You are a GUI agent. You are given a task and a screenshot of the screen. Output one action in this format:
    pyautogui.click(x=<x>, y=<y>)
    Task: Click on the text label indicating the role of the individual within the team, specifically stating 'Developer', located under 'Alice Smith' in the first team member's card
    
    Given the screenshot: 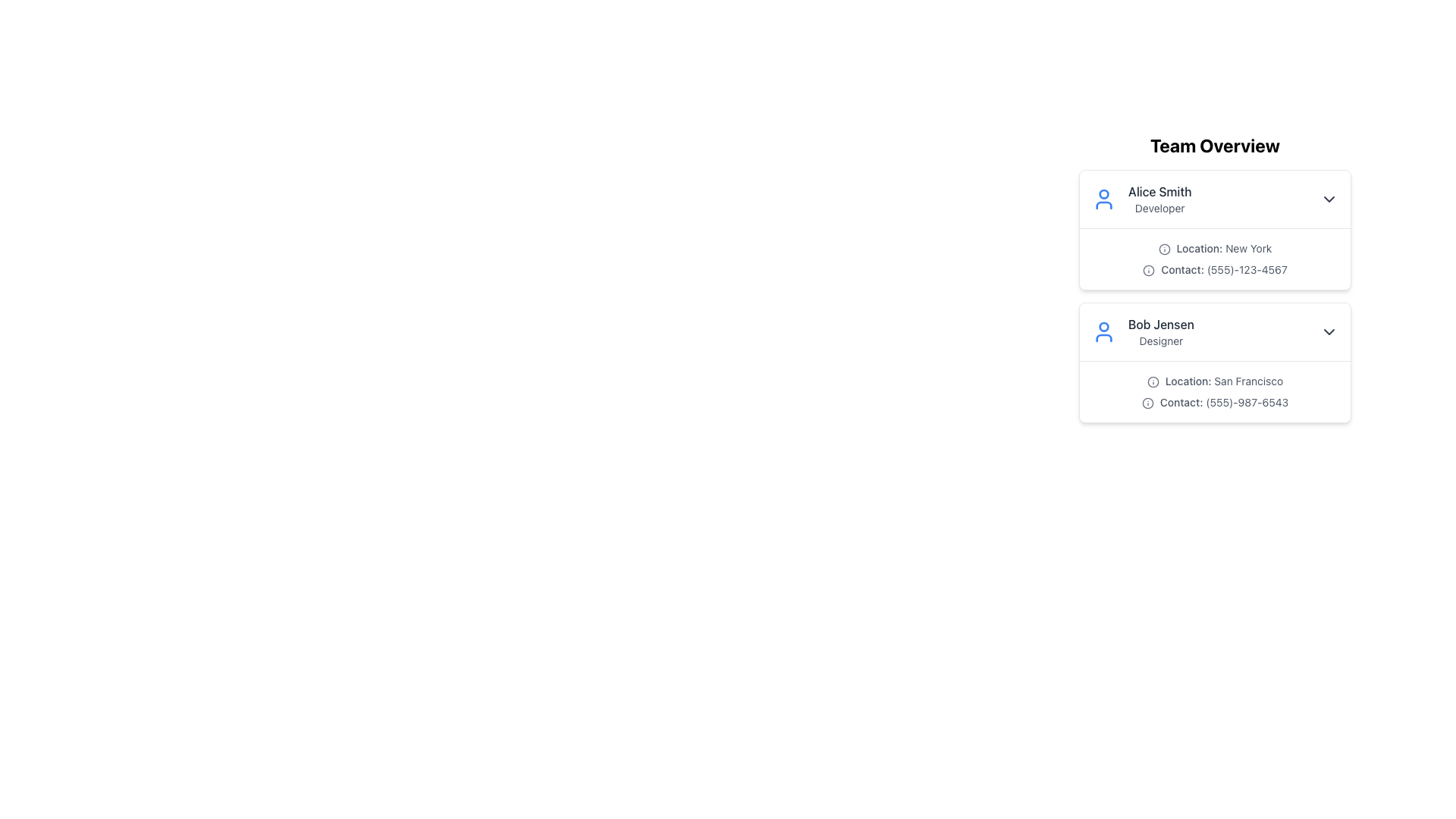 What is the action you would take?
    pyautogui.click(x=1159, y=208)
    